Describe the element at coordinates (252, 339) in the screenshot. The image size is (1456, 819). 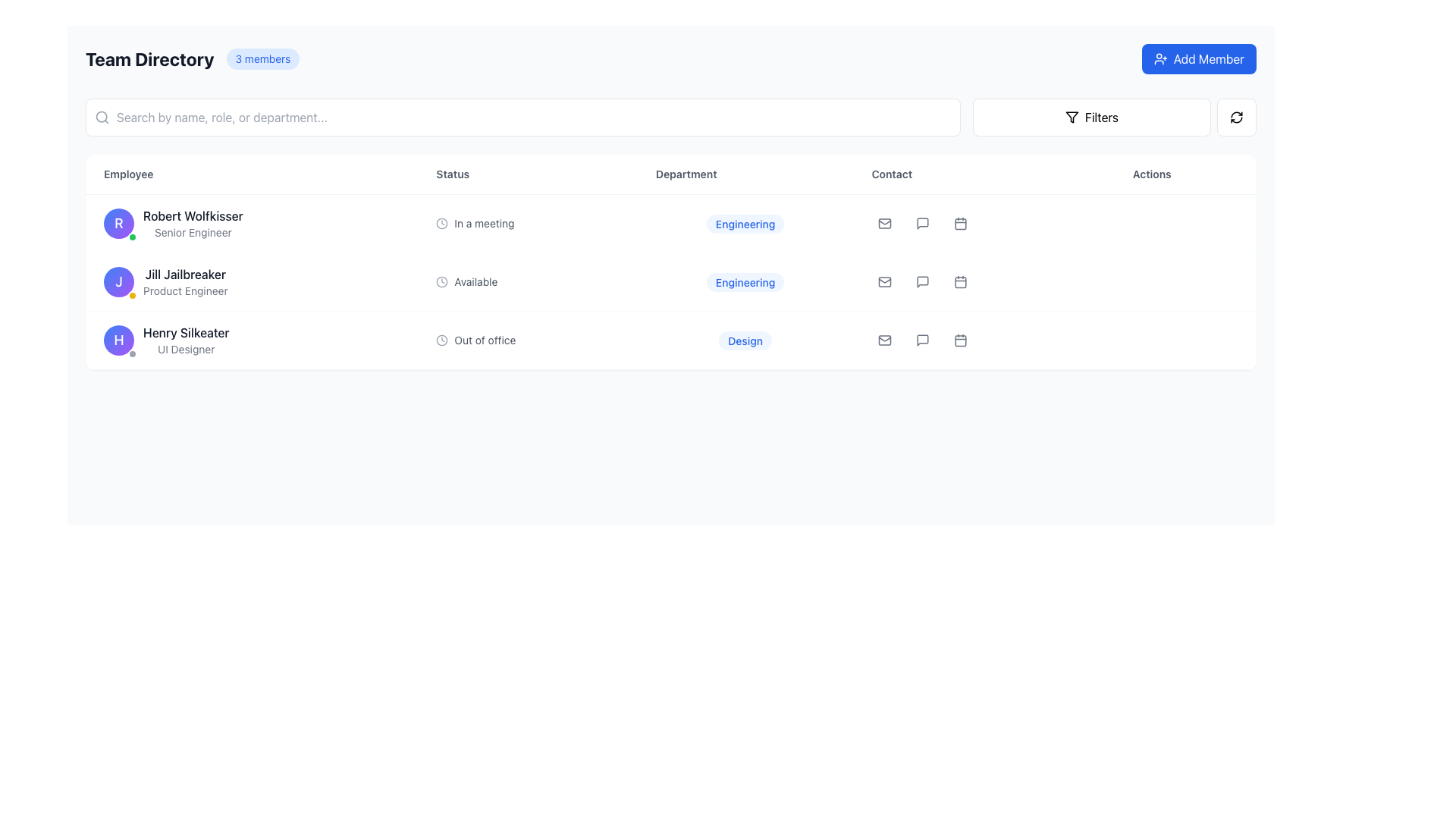
I see `the Profile Row in the Directory representing an individual in the team directory, located in the third row under the 'Employee' column` at that location.